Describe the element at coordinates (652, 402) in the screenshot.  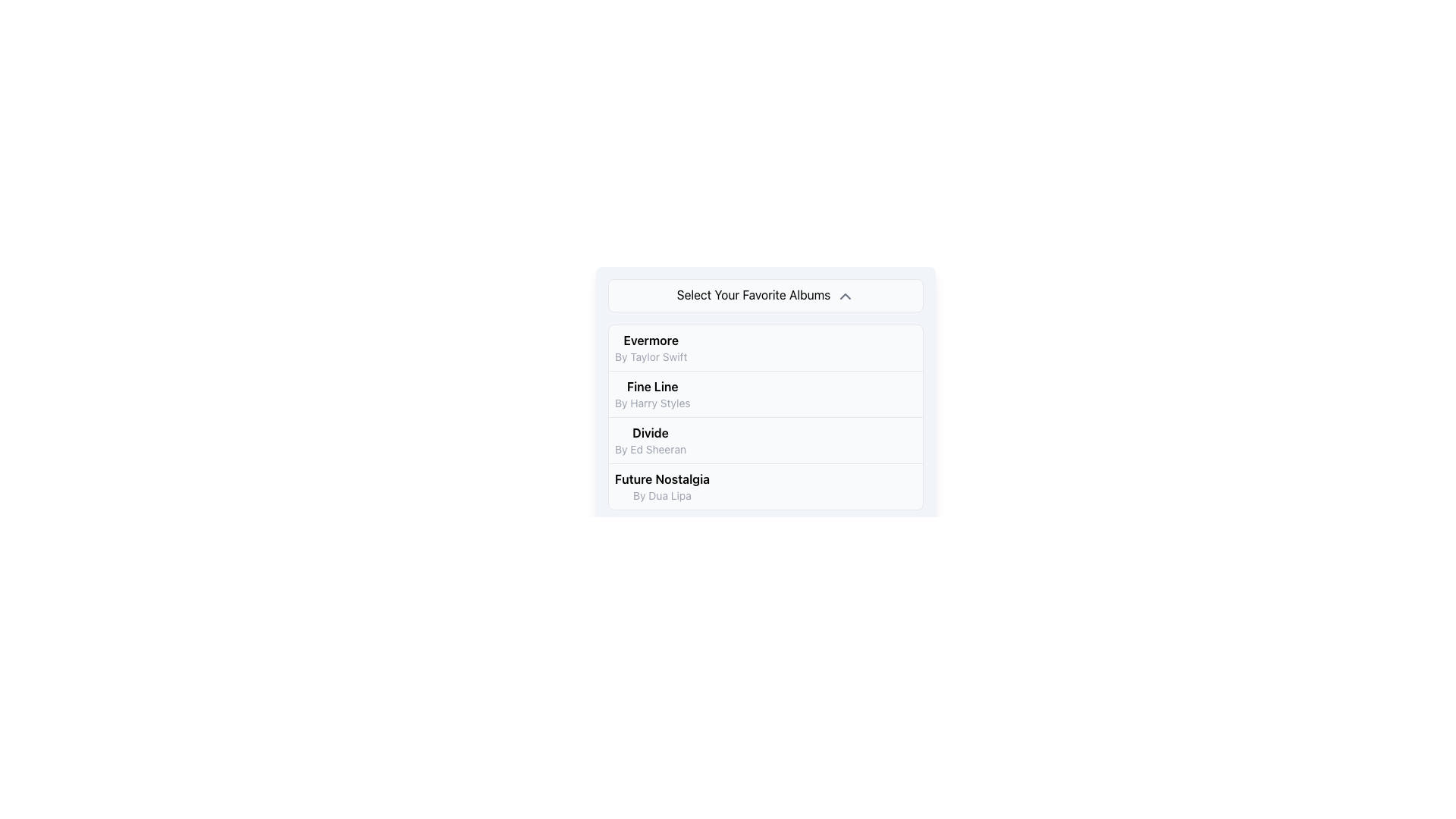
I see `text label indicating the artist of the album 'Fine Line', which is positioned below the album title in the vertical item list` at that location.